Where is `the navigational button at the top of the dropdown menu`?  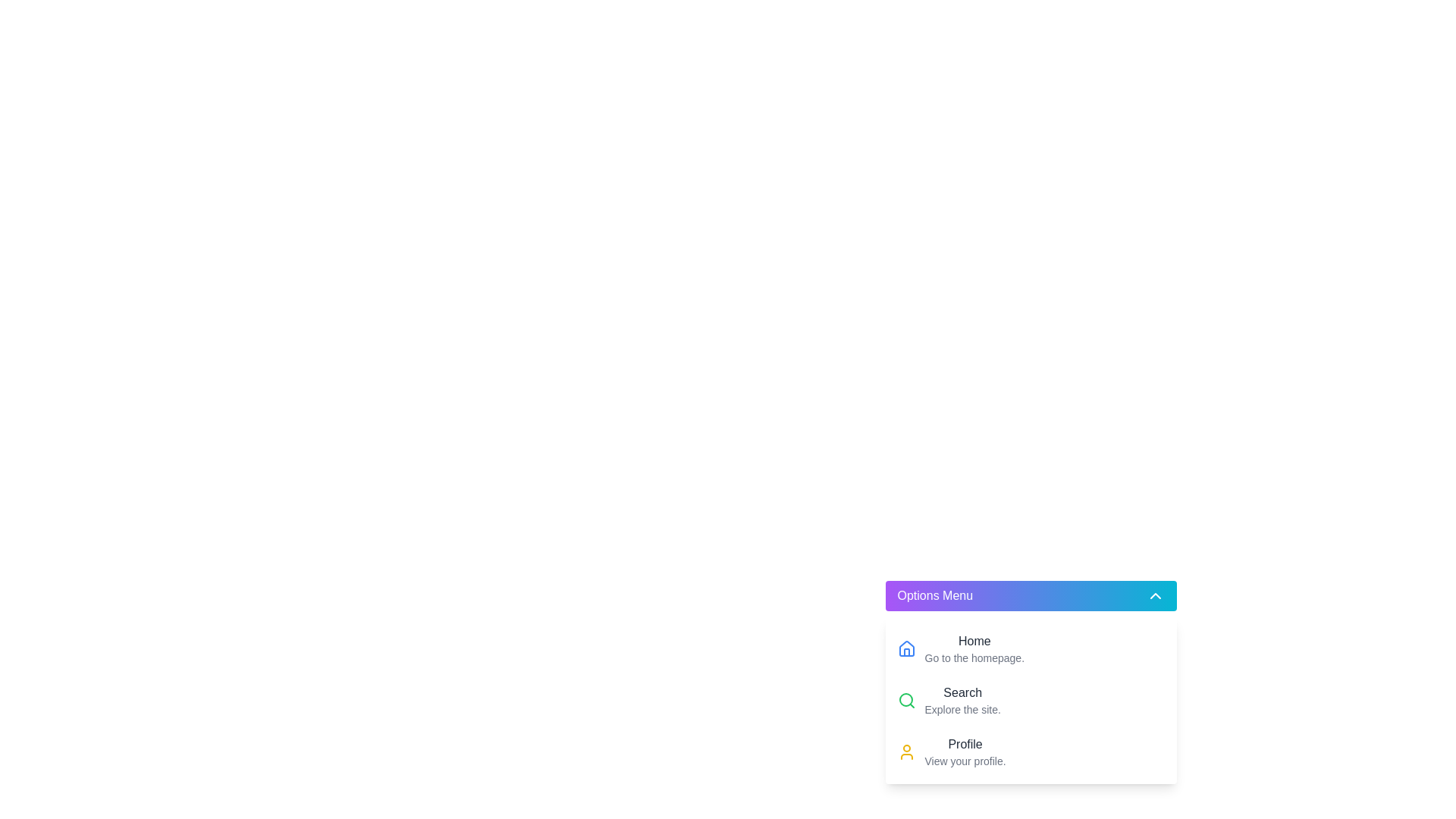
the navigational button at the top of the dropdown menu is located at coordinates (1031, 648).